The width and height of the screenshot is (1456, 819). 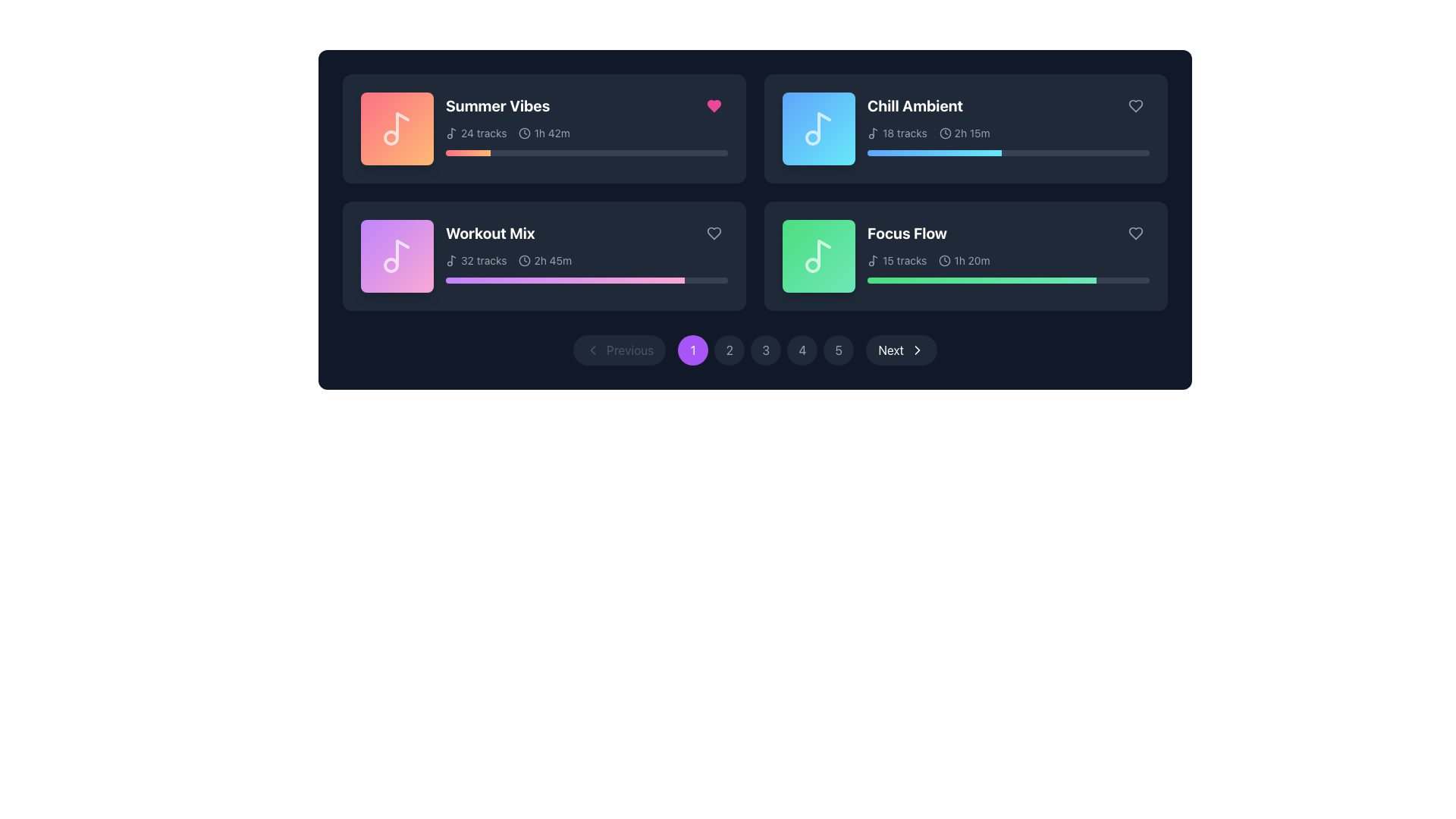 What do you see at coordinates (874, 133) in the screenshot?
I see `the small music note icon located to the left of the '18 tracks' text label within the 'Chill Ambient' card, which is designed in a minimalist style with a dark color to match the interface` at bounding box center [874, 133].